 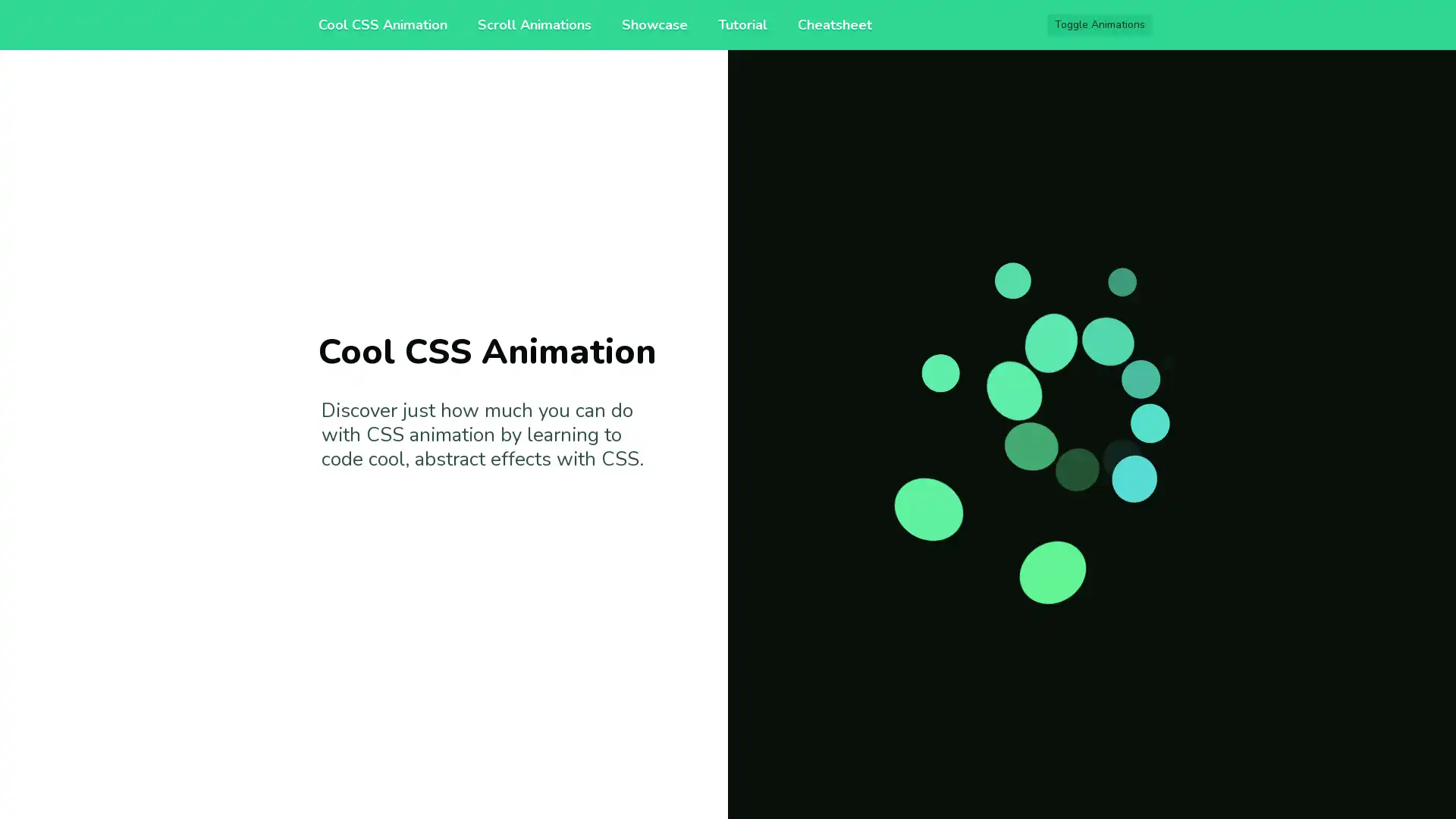 I want to click on Toggle Animations, so click(x=1100, y=25).